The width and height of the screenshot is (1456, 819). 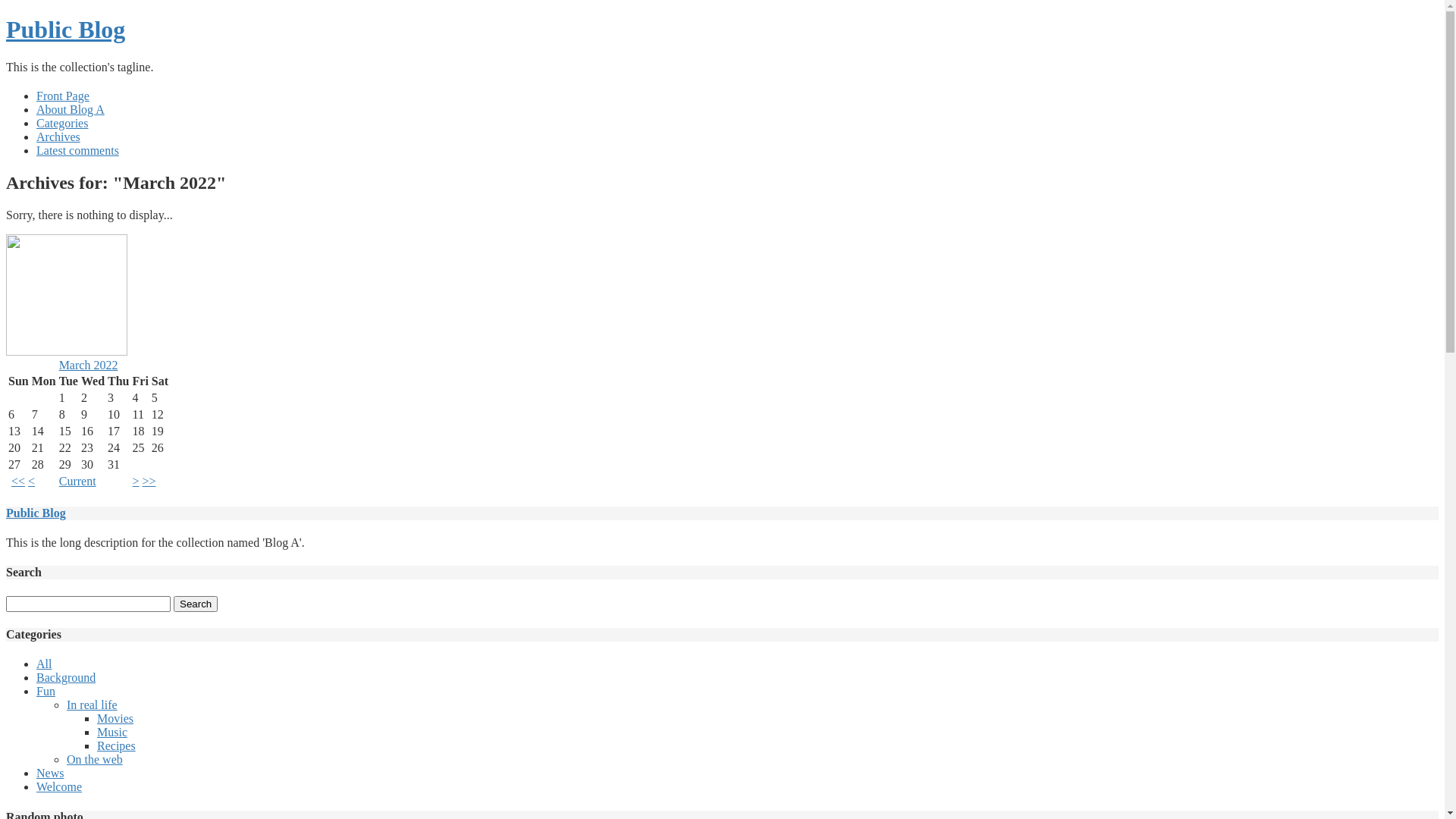 What do you see at coordinates (58, 481) in the screenshot?
I see `'Current'` at bounding box center [58, 481].